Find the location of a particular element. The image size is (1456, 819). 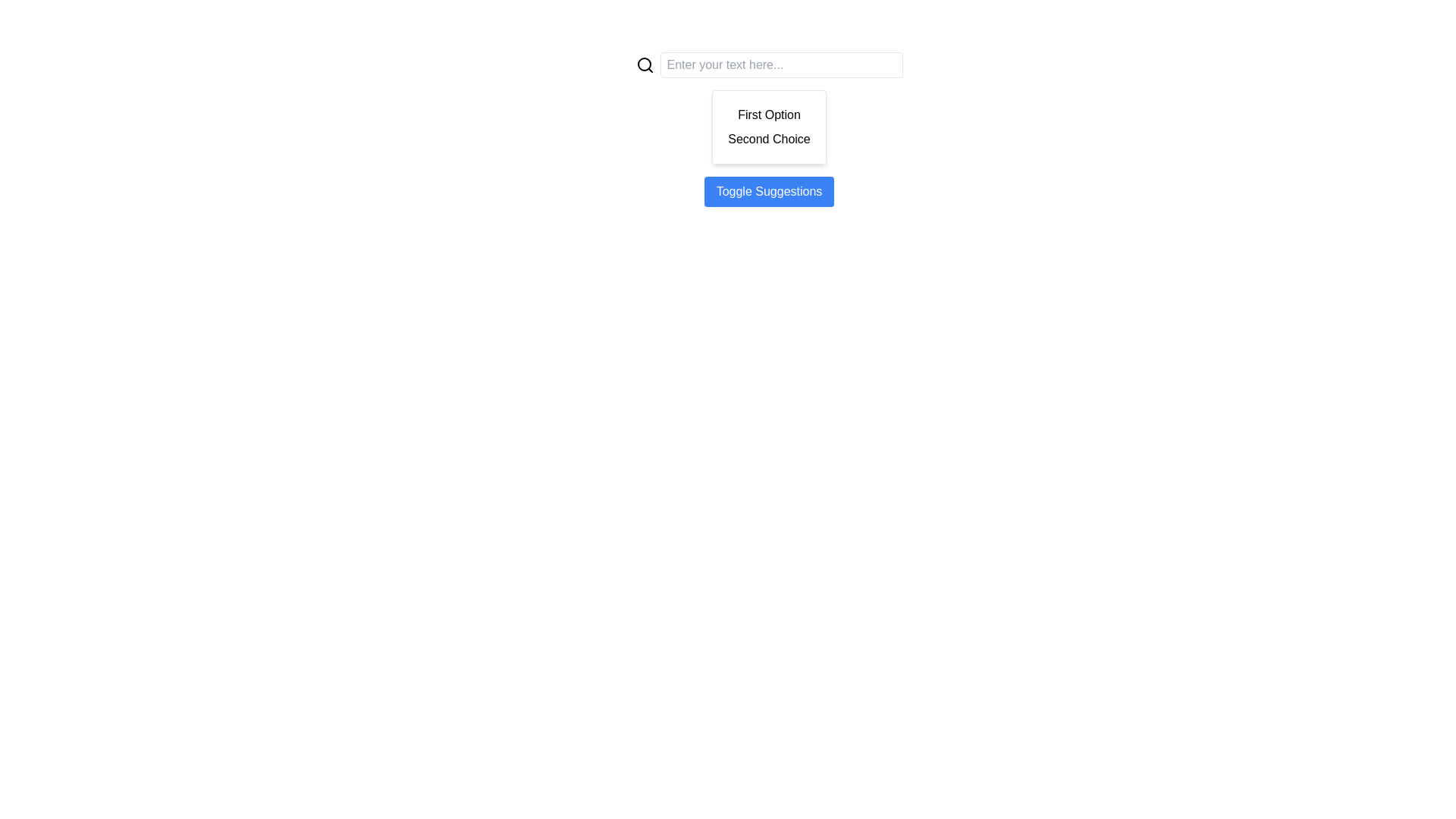

the 'Second Choice' list item element by is located at coordinates (769, 140).